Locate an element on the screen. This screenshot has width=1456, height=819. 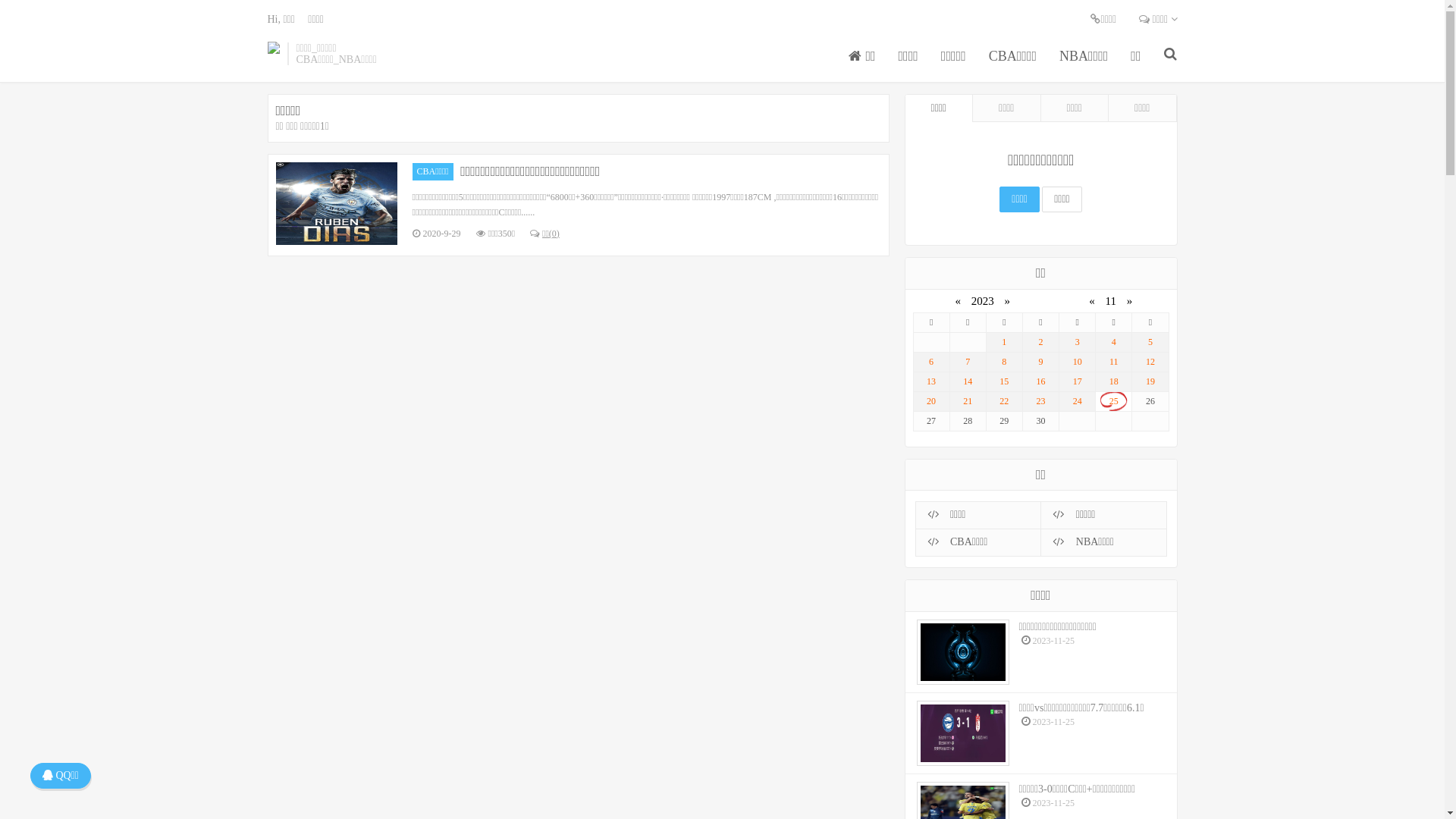
'3' is located at coordinates (1062, 342).